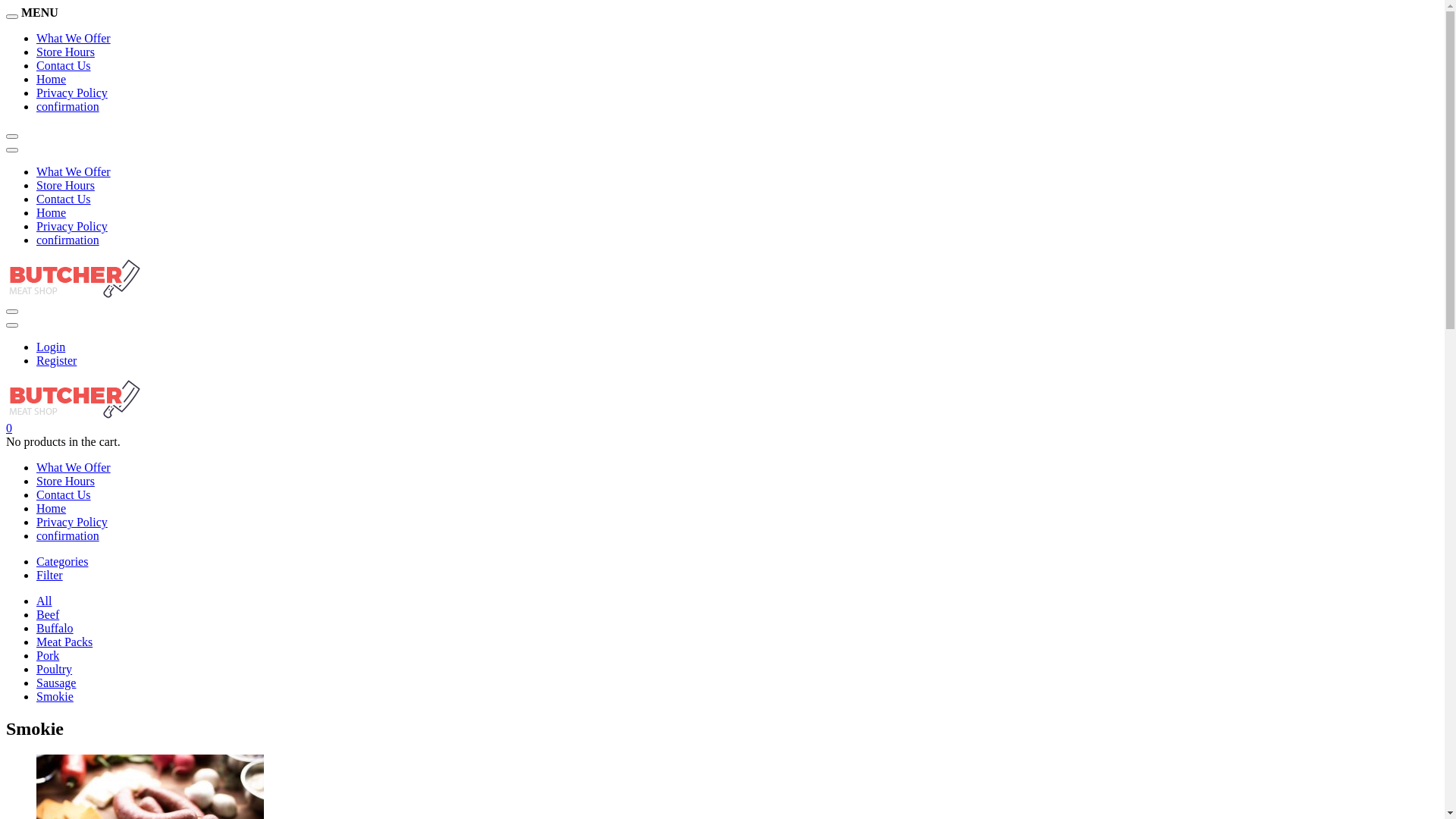  I want to click on 'Login', so click(51, 347).